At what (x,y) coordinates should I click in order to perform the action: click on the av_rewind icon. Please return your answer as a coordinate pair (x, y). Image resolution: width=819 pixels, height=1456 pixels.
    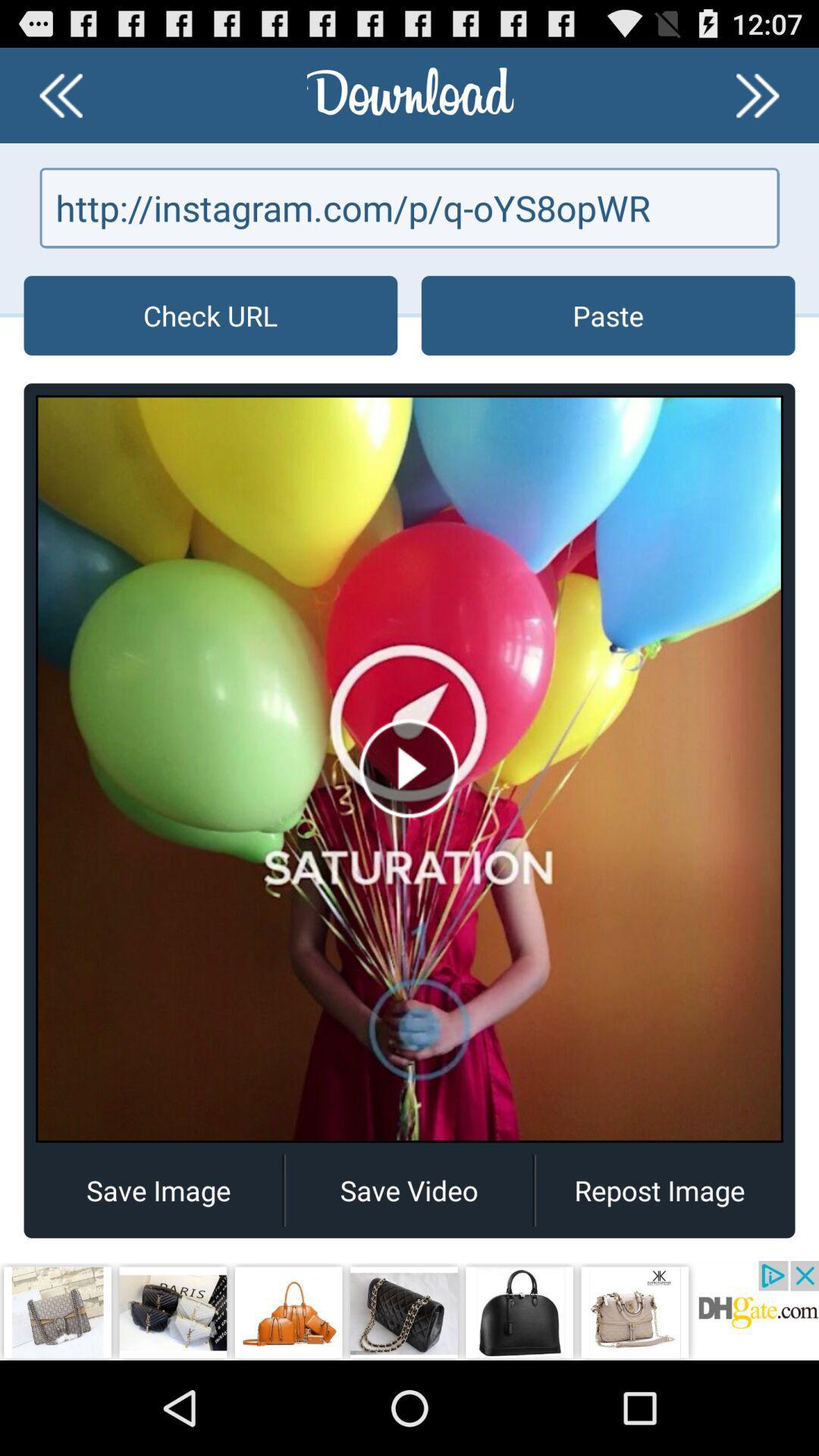
    Looking at the image, I should click on (60, 101).